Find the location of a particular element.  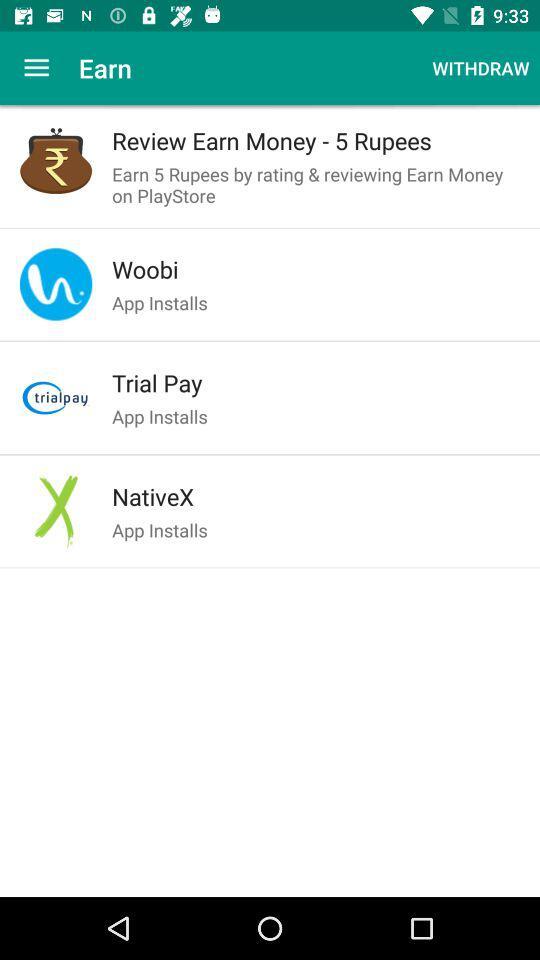

the nativex is located at coordinates (316, 495).